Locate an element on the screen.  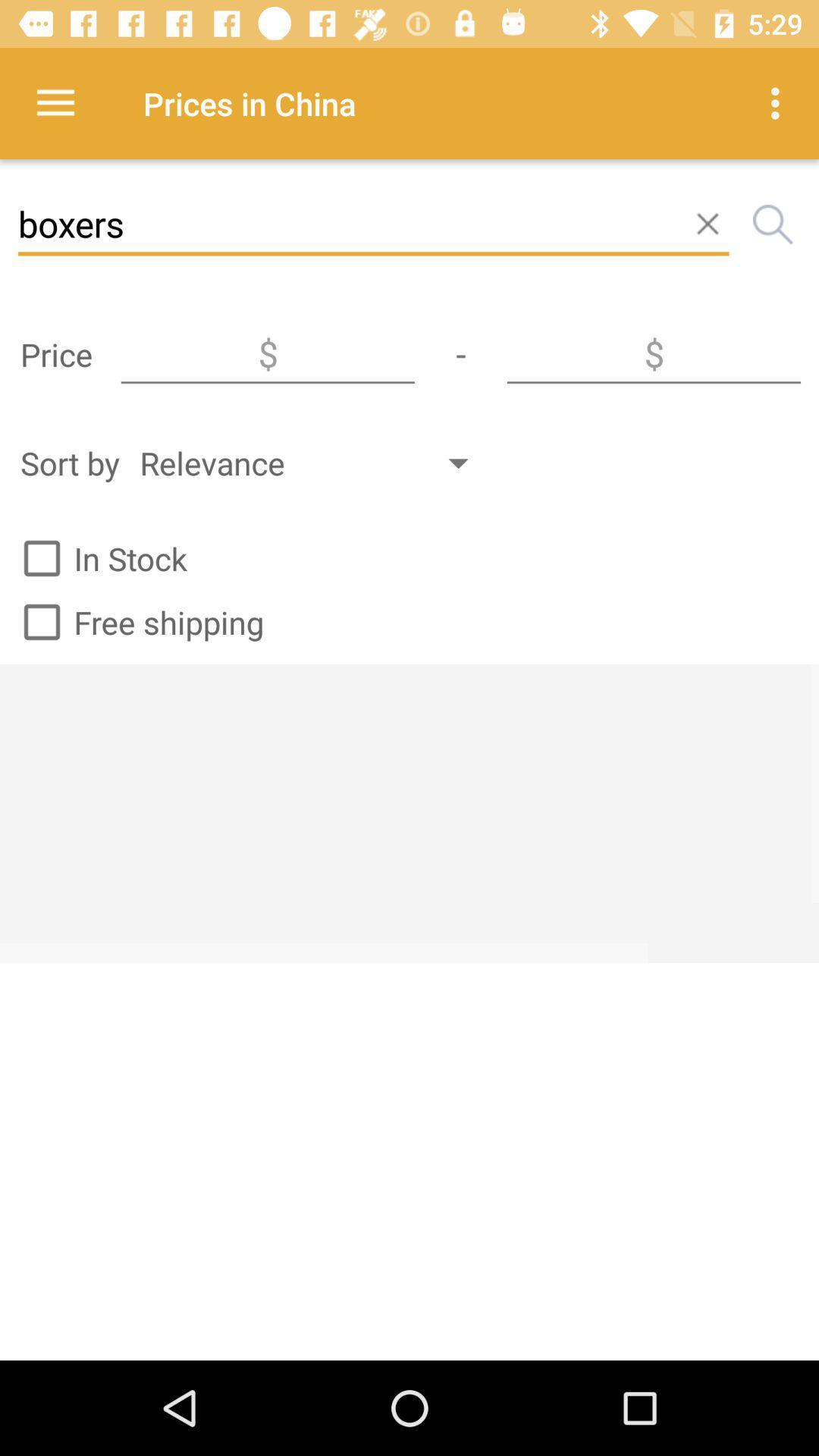
activate search is located at coordinates (773, 224).